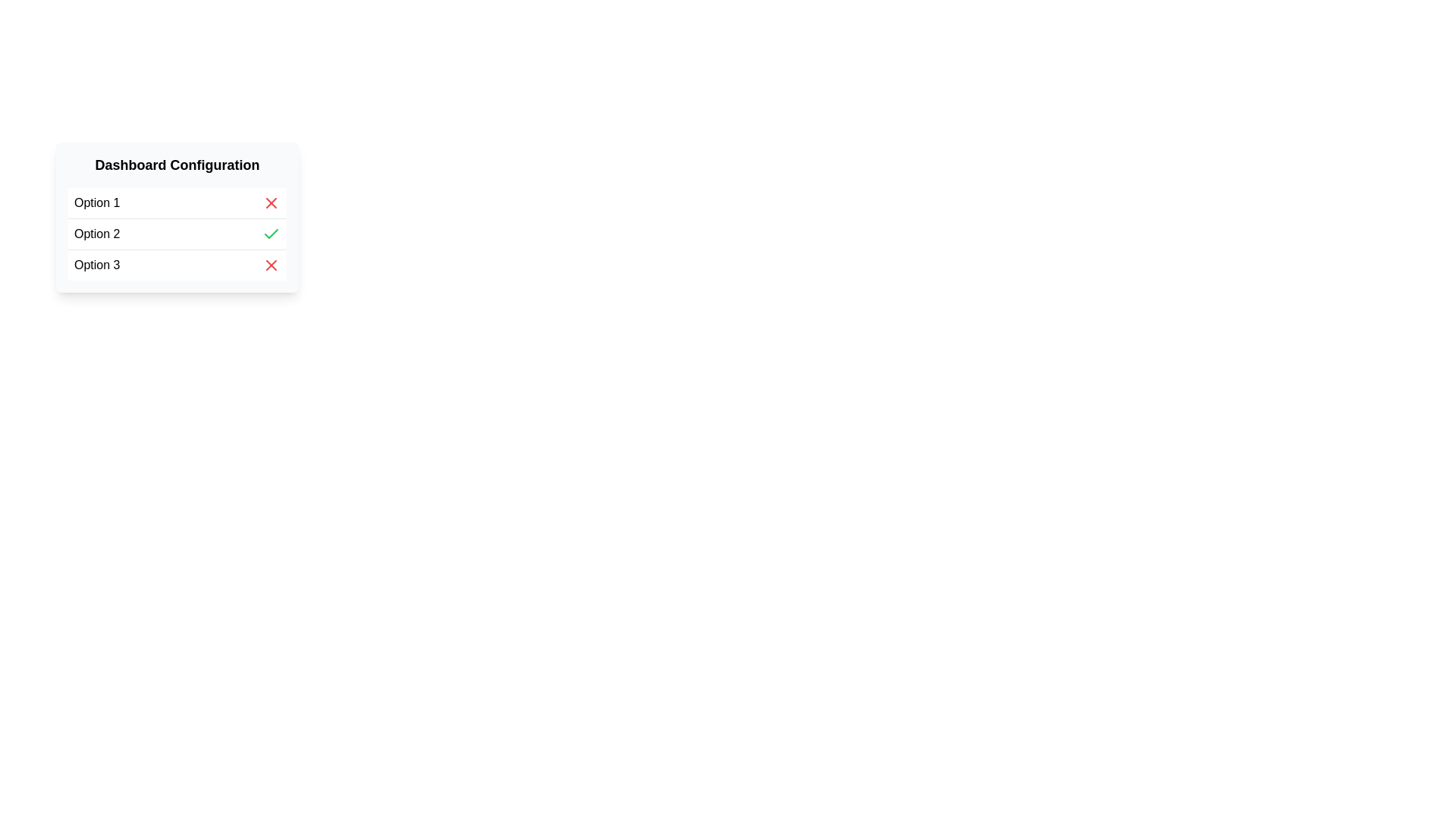 This screenshot has width=1456, height=819. Describe the element at coordinates (271, 202) in the screenshot. I see `the negation or error indication icon in the first row of options within the 'Dashboard Configuration' dialogue` at that location.